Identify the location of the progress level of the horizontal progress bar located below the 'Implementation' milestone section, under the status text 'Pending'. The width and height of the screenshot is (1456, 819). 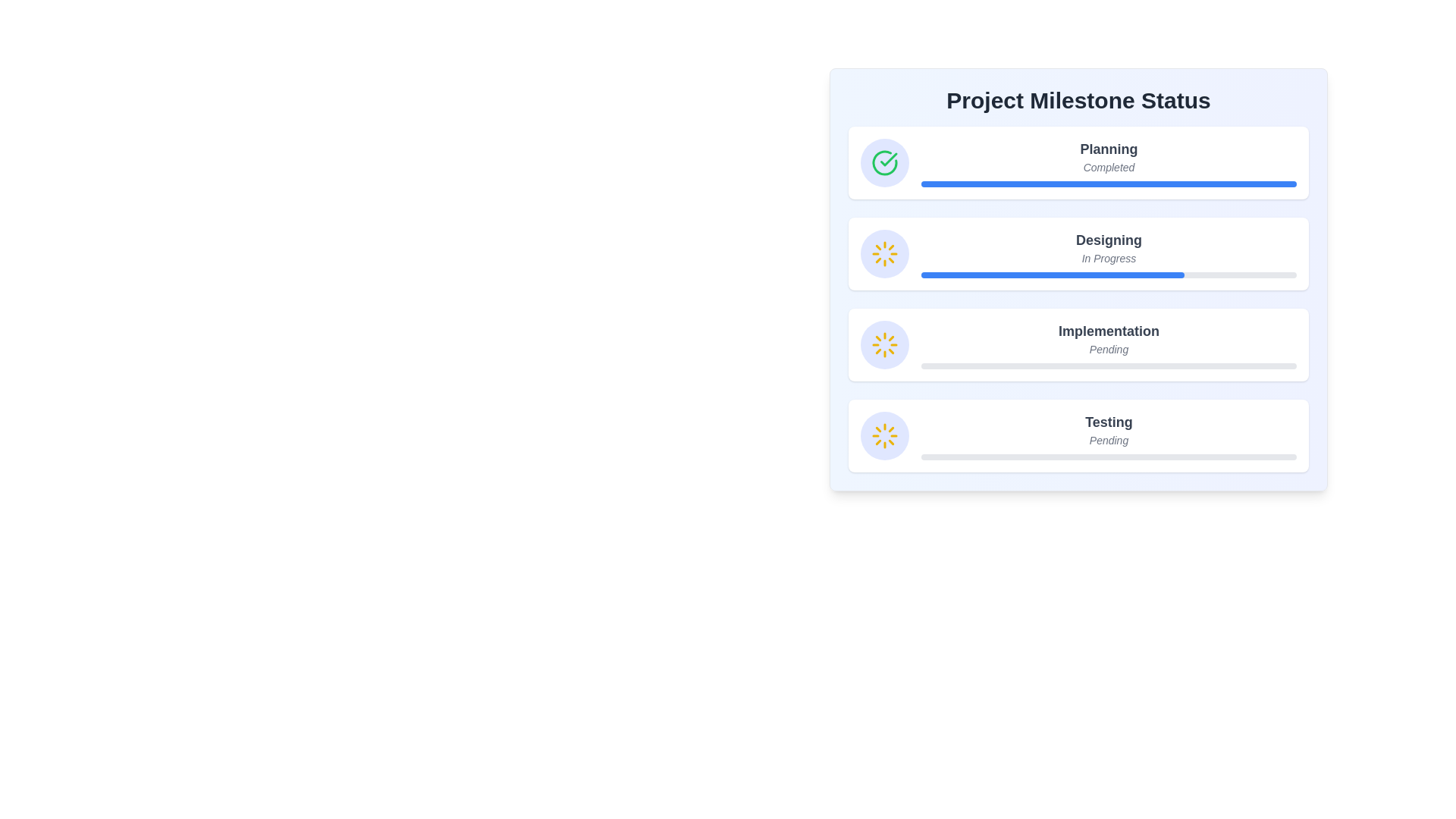
(1109, 366).